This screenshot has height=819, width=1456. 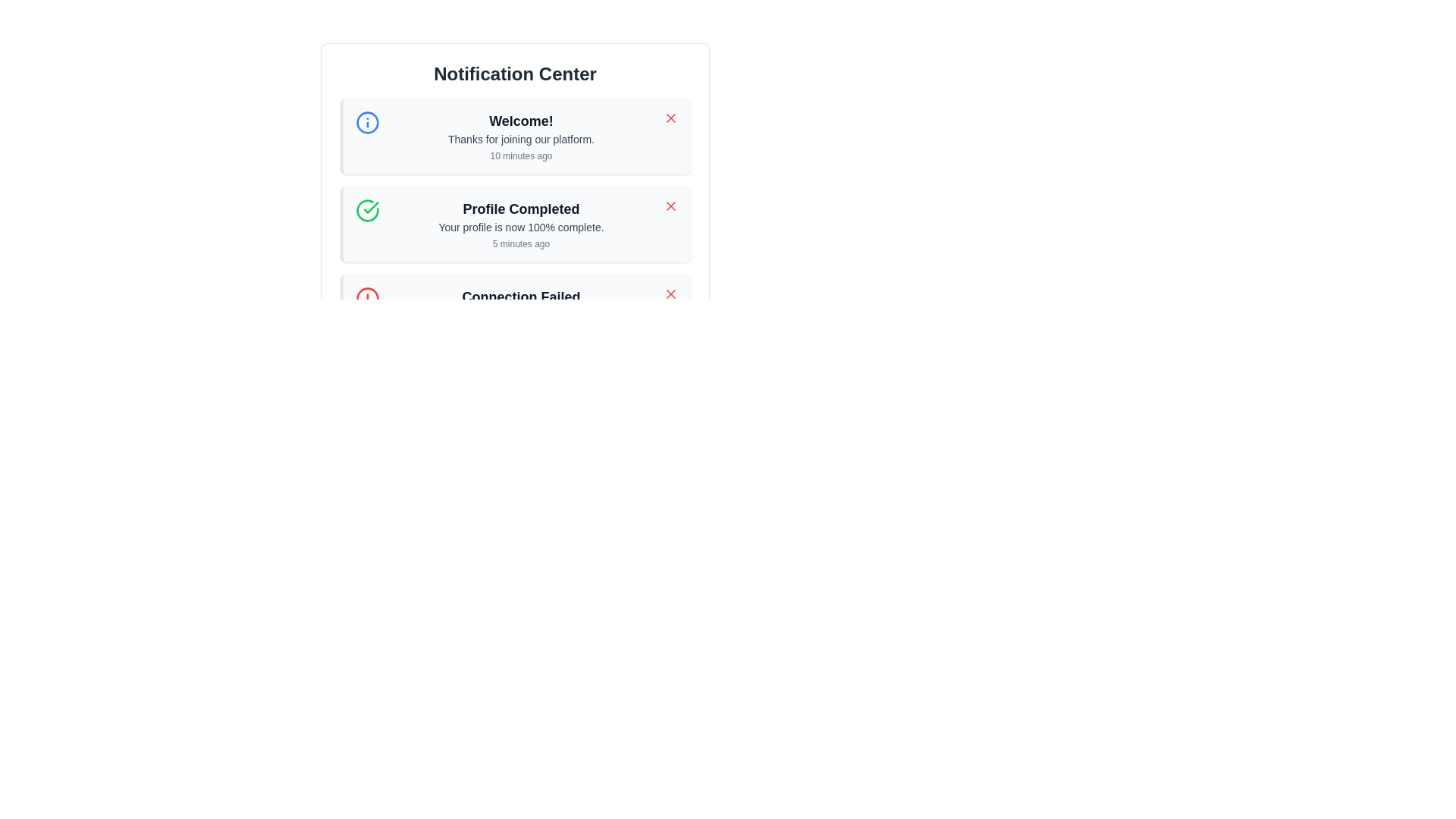 I want to click on the diagonal cross ('X') icon located at the top-right corner of the 'Welcome!' notification card, so click(x=670, y=206).